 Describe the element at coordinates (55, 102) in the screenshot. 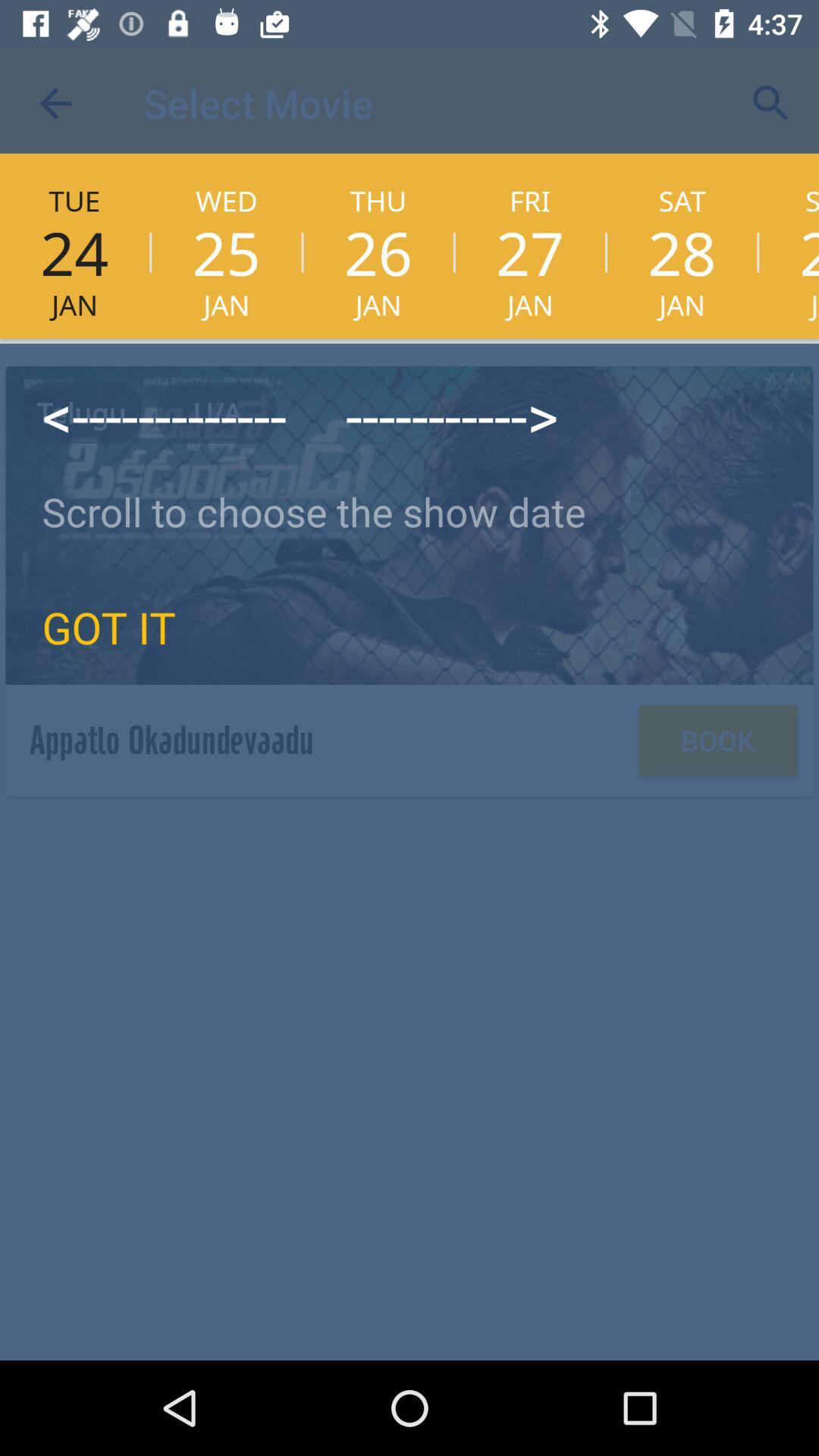

I see `the item above the tue item` at that location.